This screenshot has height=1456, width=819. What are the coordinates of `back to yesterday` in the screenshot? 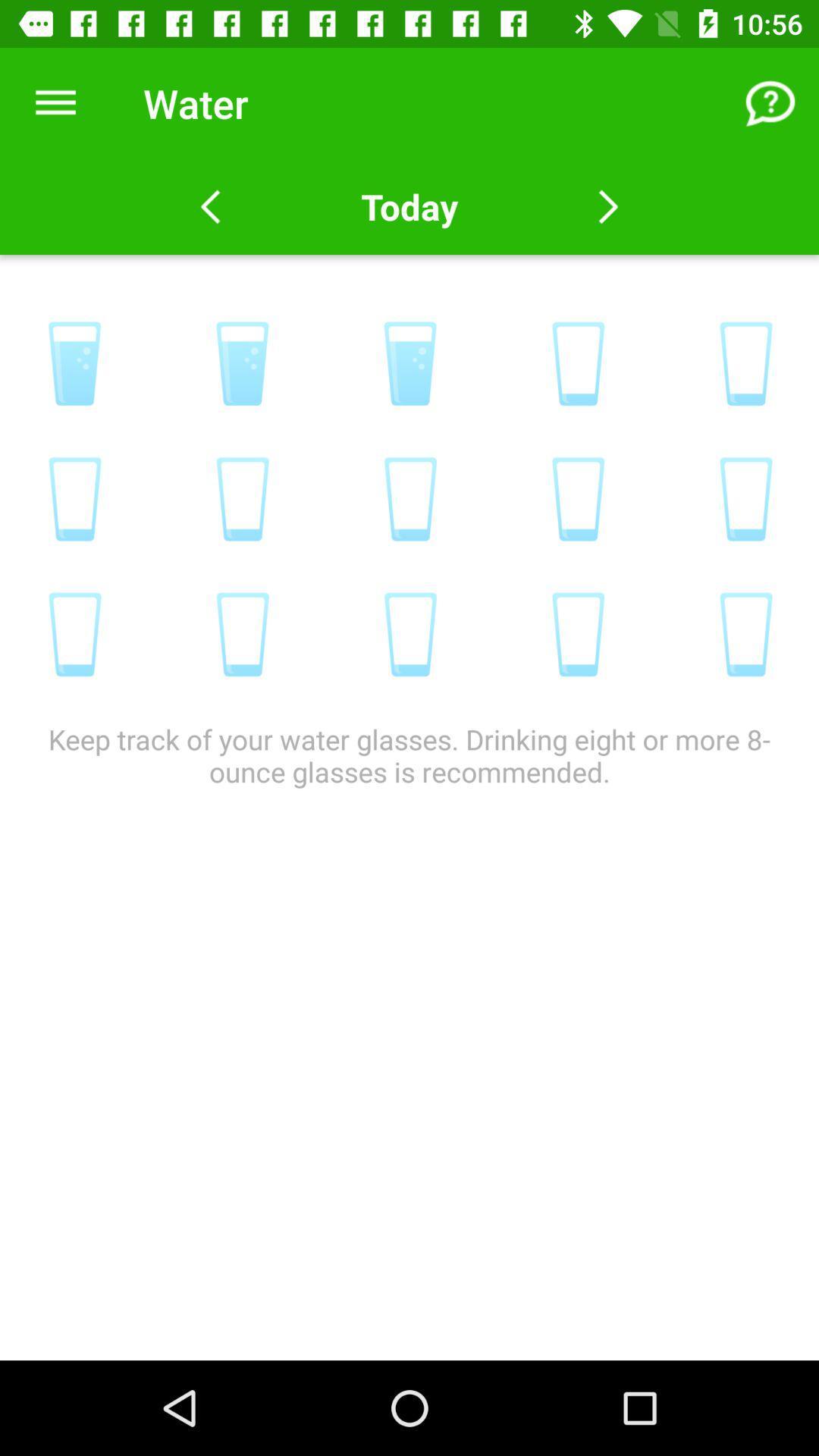 It's located at (210, 206).